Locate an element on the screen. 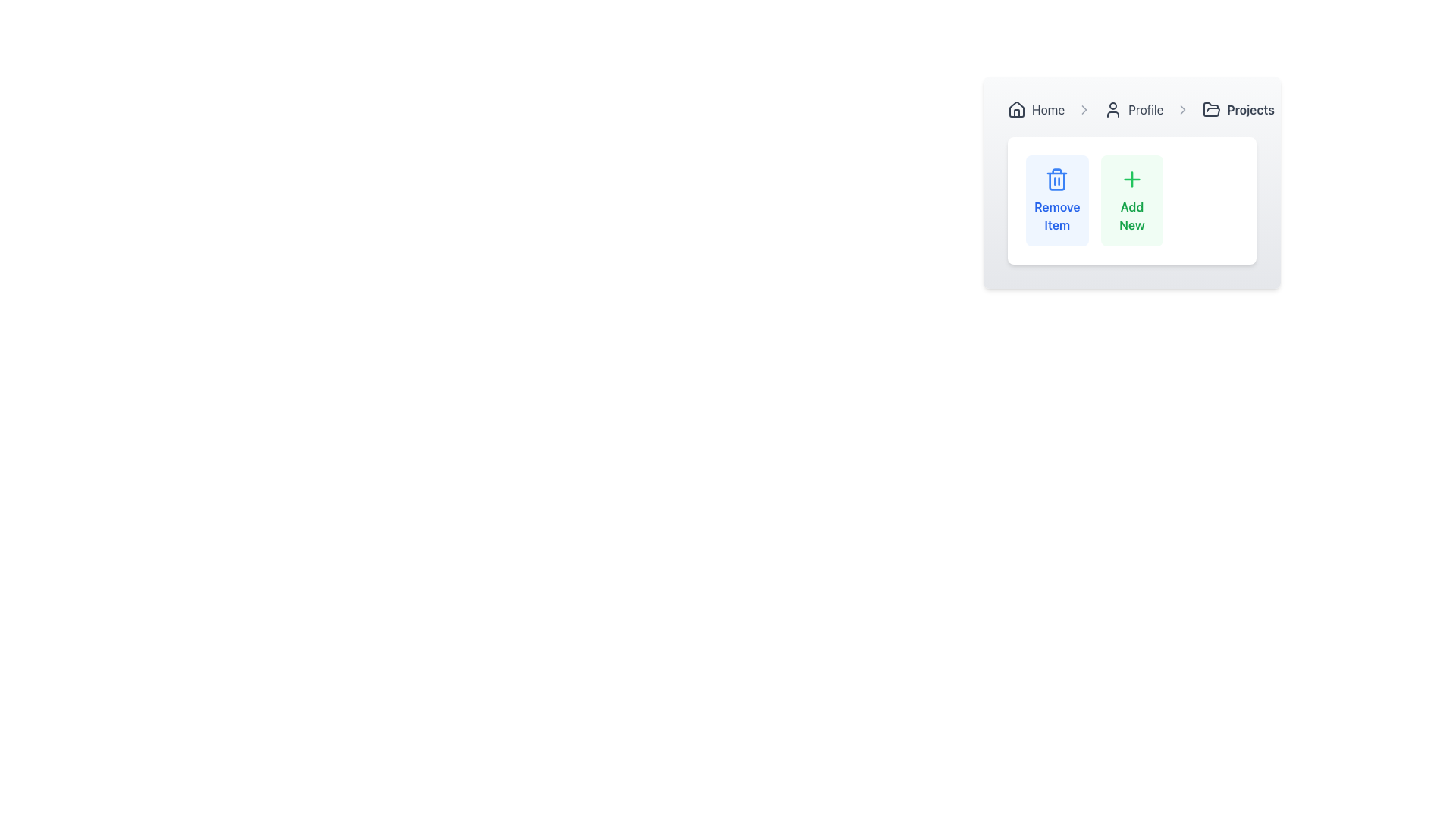  the folder icon that is styled with a line-based illustration and is positioned to the left of the 'Projects' text label in the navigation bar is located at coordinates (1211, 109).